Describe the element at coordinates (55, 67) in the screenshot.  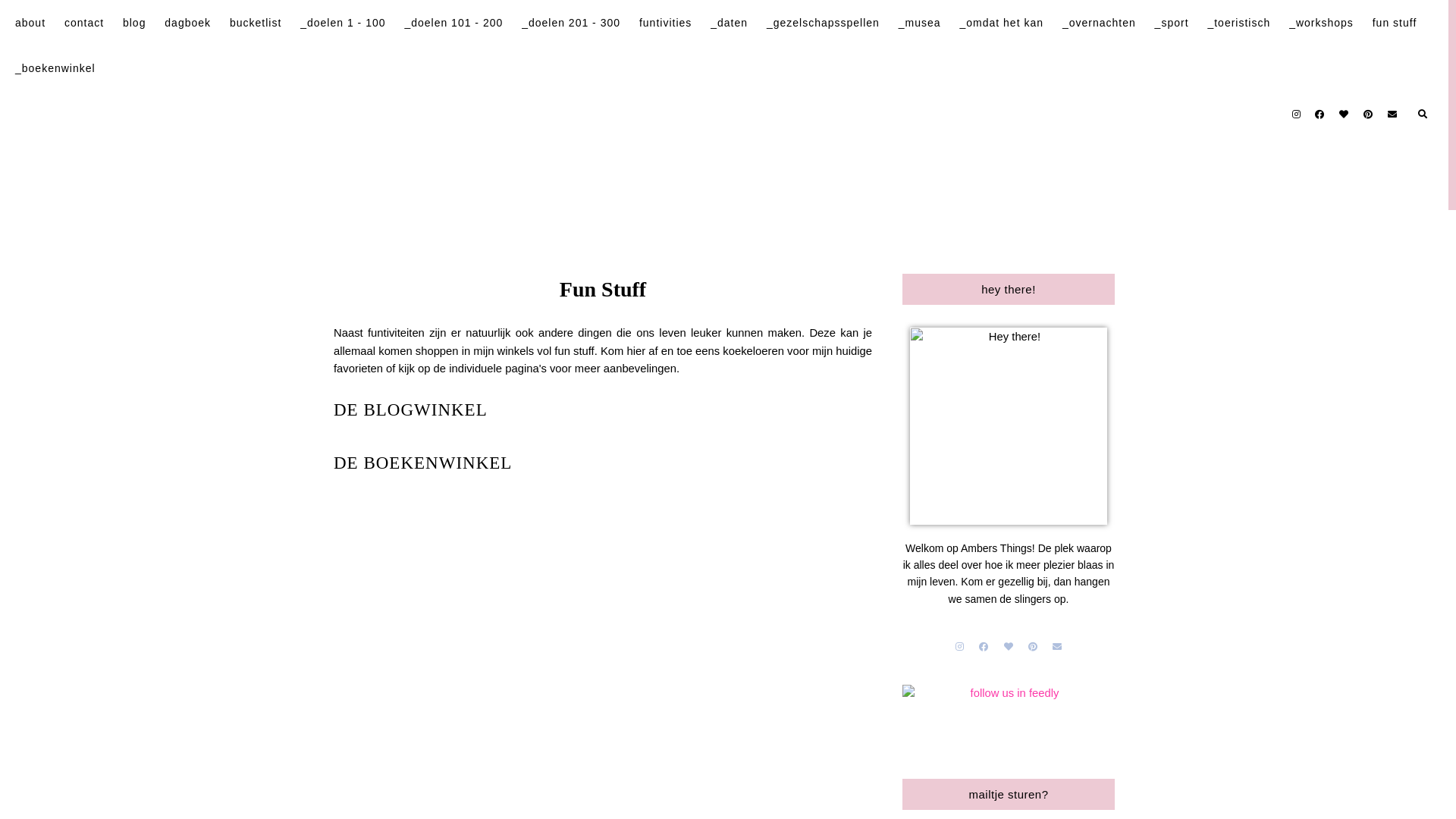
I see `'_boekenwinkel'` at that location.